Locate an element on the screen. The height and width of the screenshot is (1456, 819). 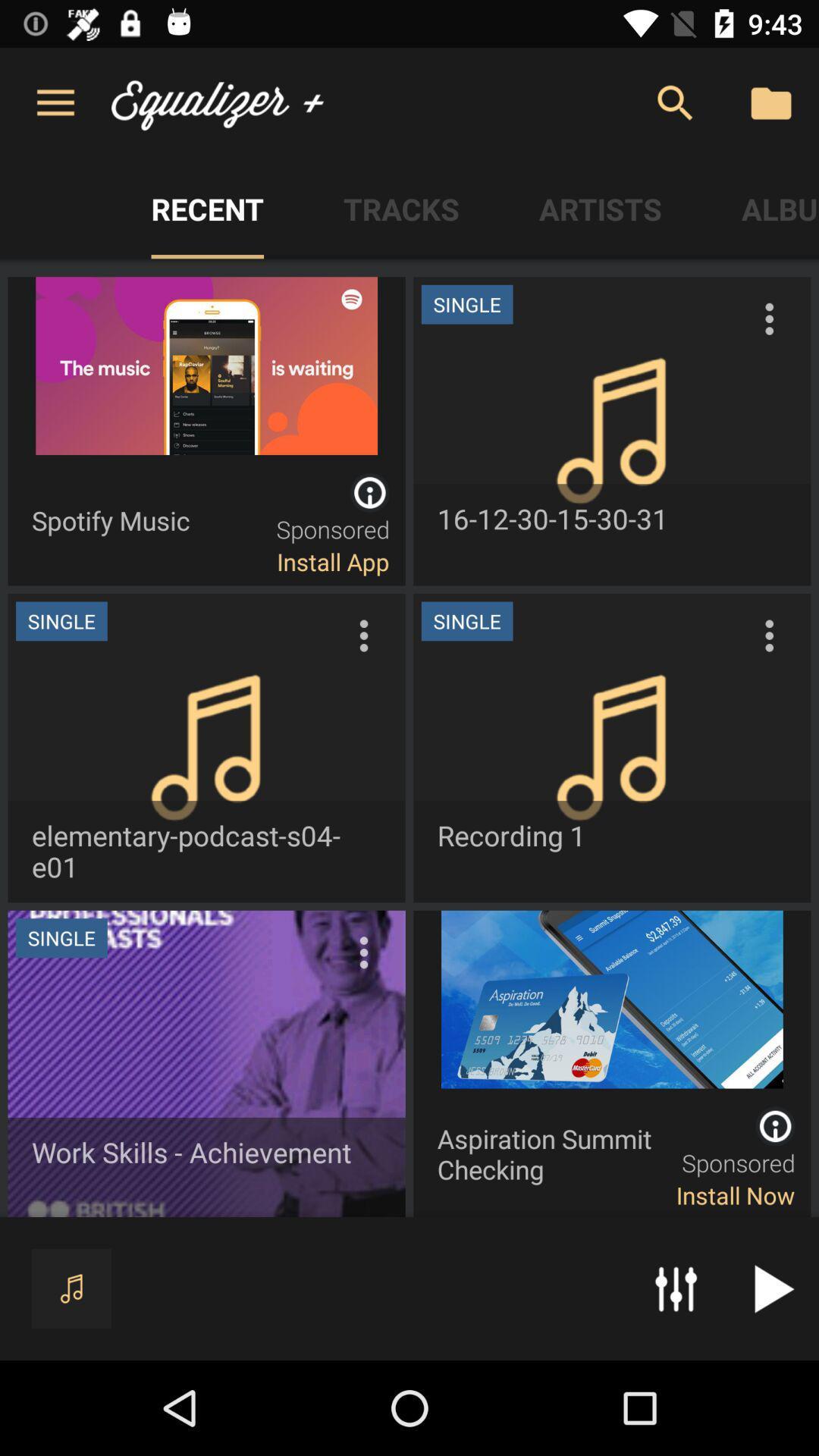
recording 1 is located at coordinates (611, 748).